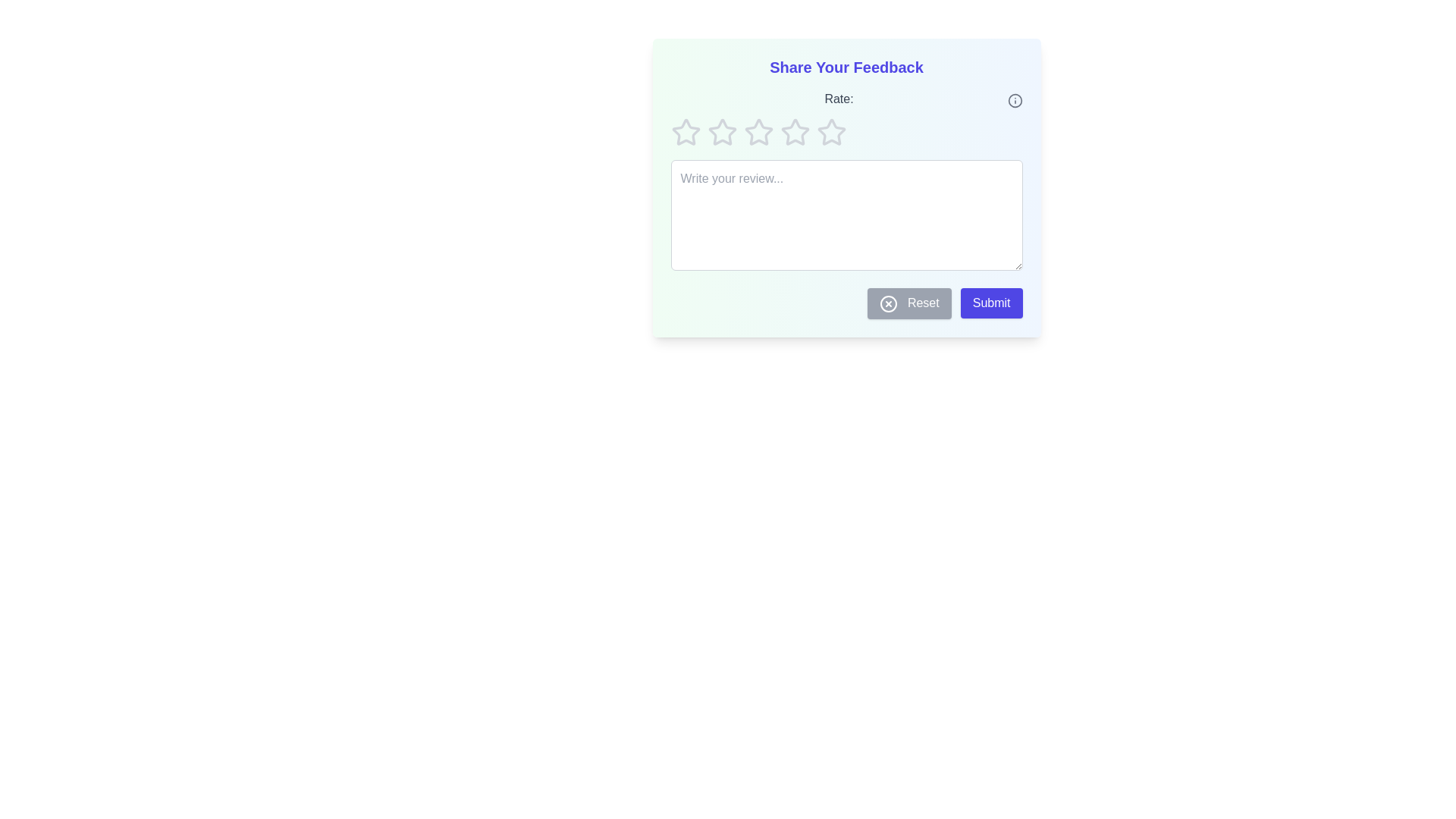 This screenshot has width=1456, height=819. I want to click on the star corresponding to 3 rating to set the rating, so click(758, 131).